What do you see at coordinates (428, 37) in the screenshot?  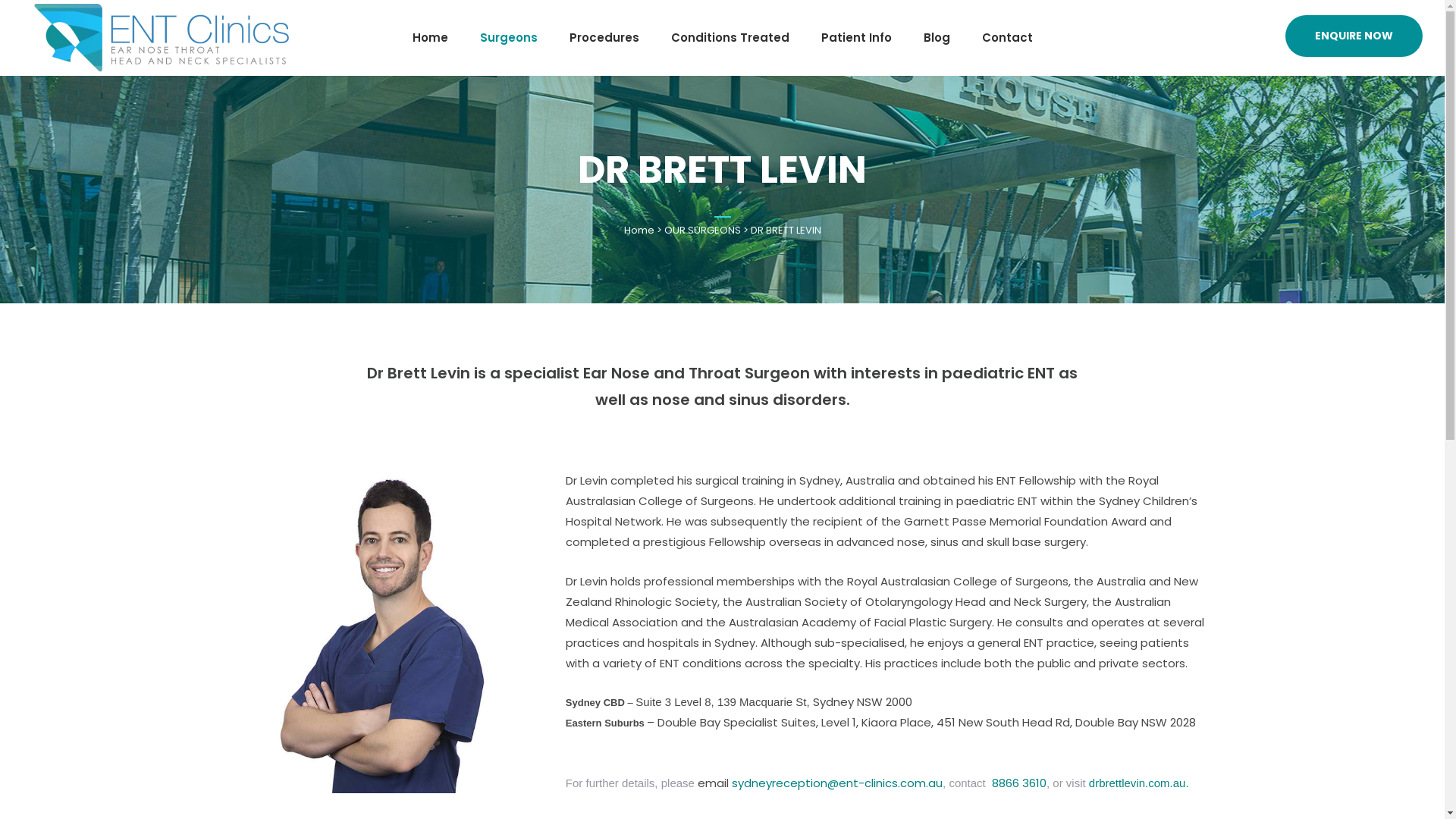 I see `'Home'` at bounding box center [428, 37].